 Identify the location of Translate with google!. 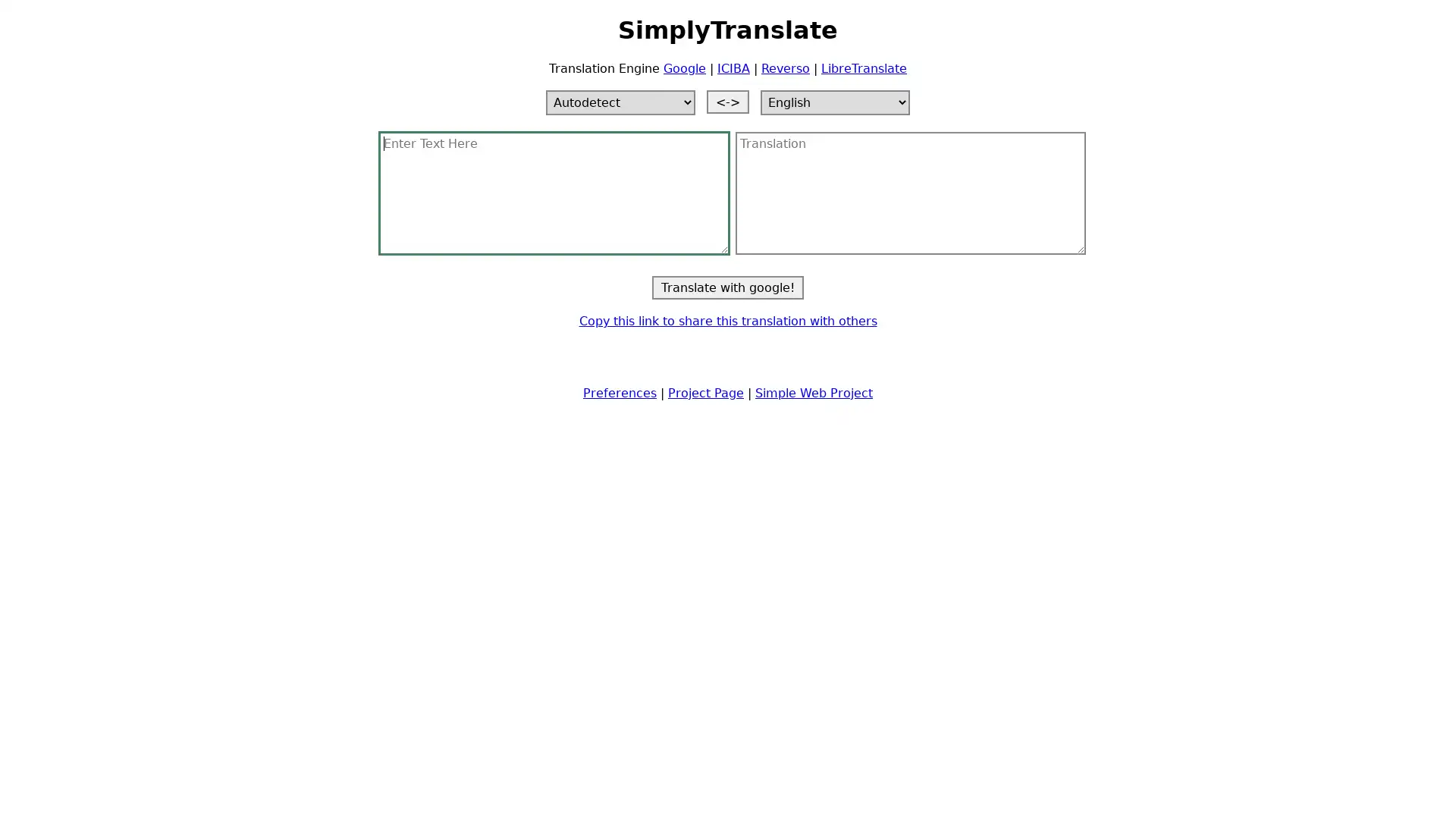
(728, 287).